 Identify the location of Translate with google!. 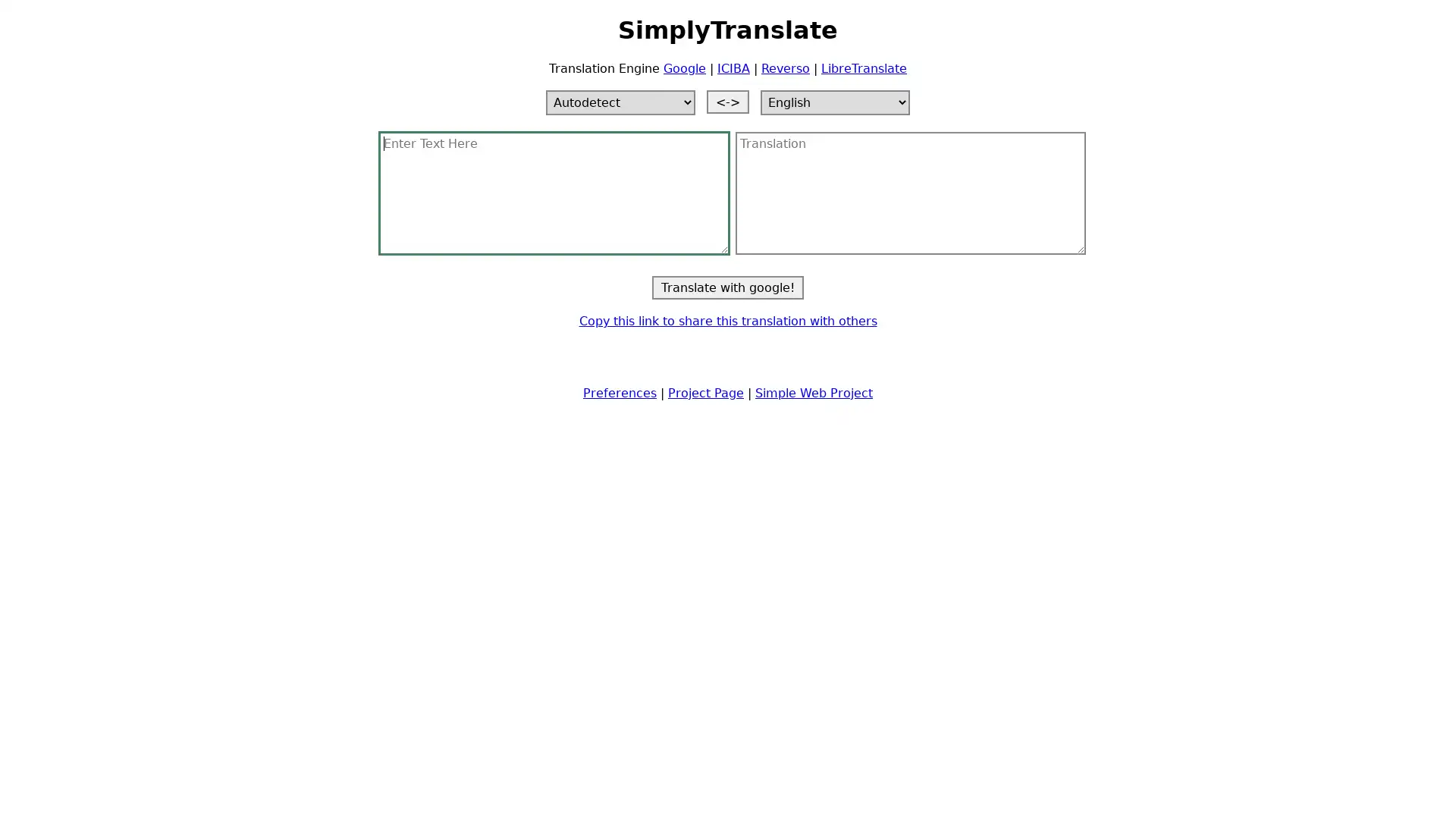
(728, 287).